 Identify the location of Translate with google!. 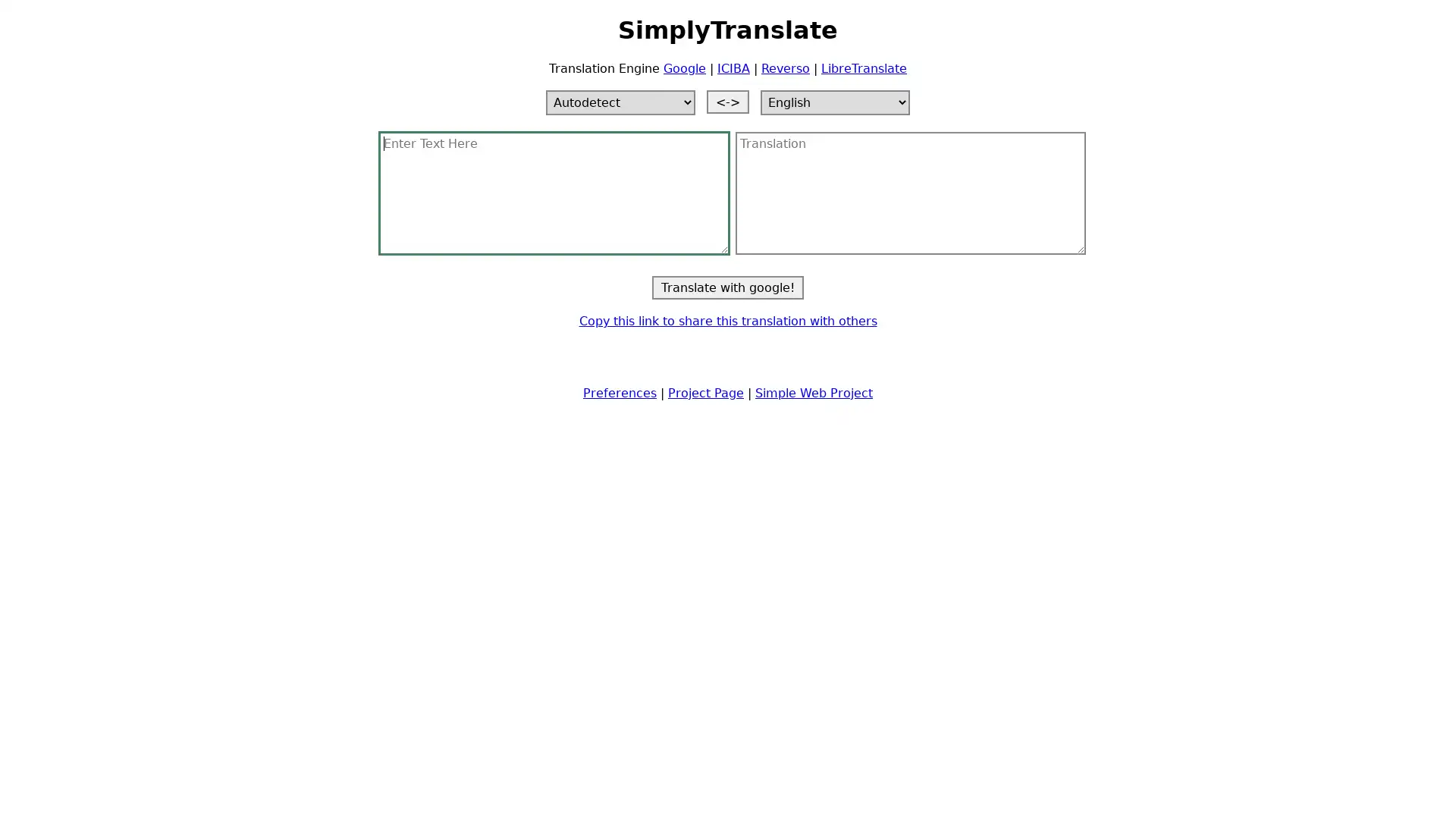
(728, 287).